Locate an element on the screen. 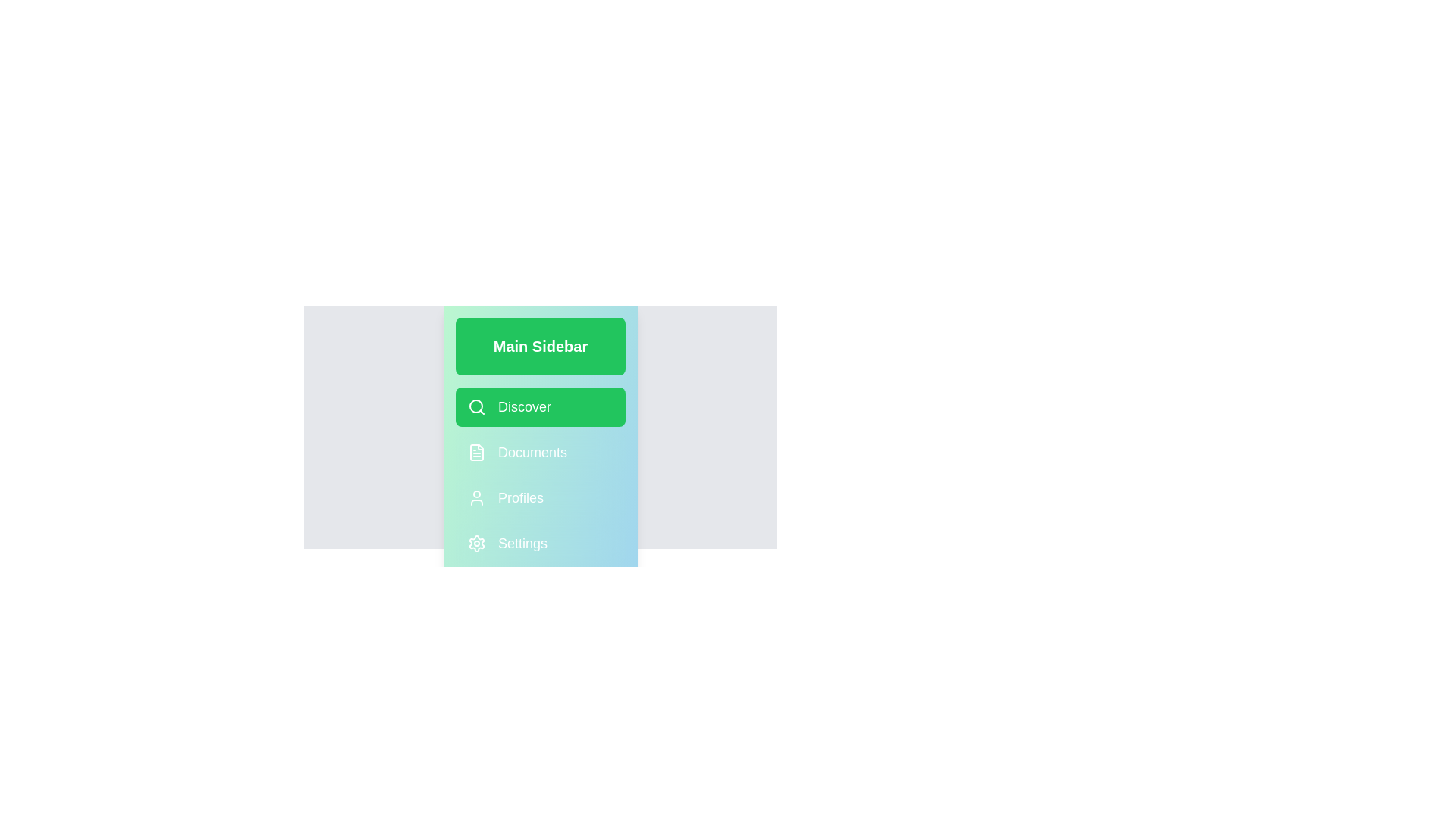  the 'Profiles' menu item in the vertically stacked sidebar, which is the third item below 'Documents' and above 'Settings' is located at coordinates (541, 497).